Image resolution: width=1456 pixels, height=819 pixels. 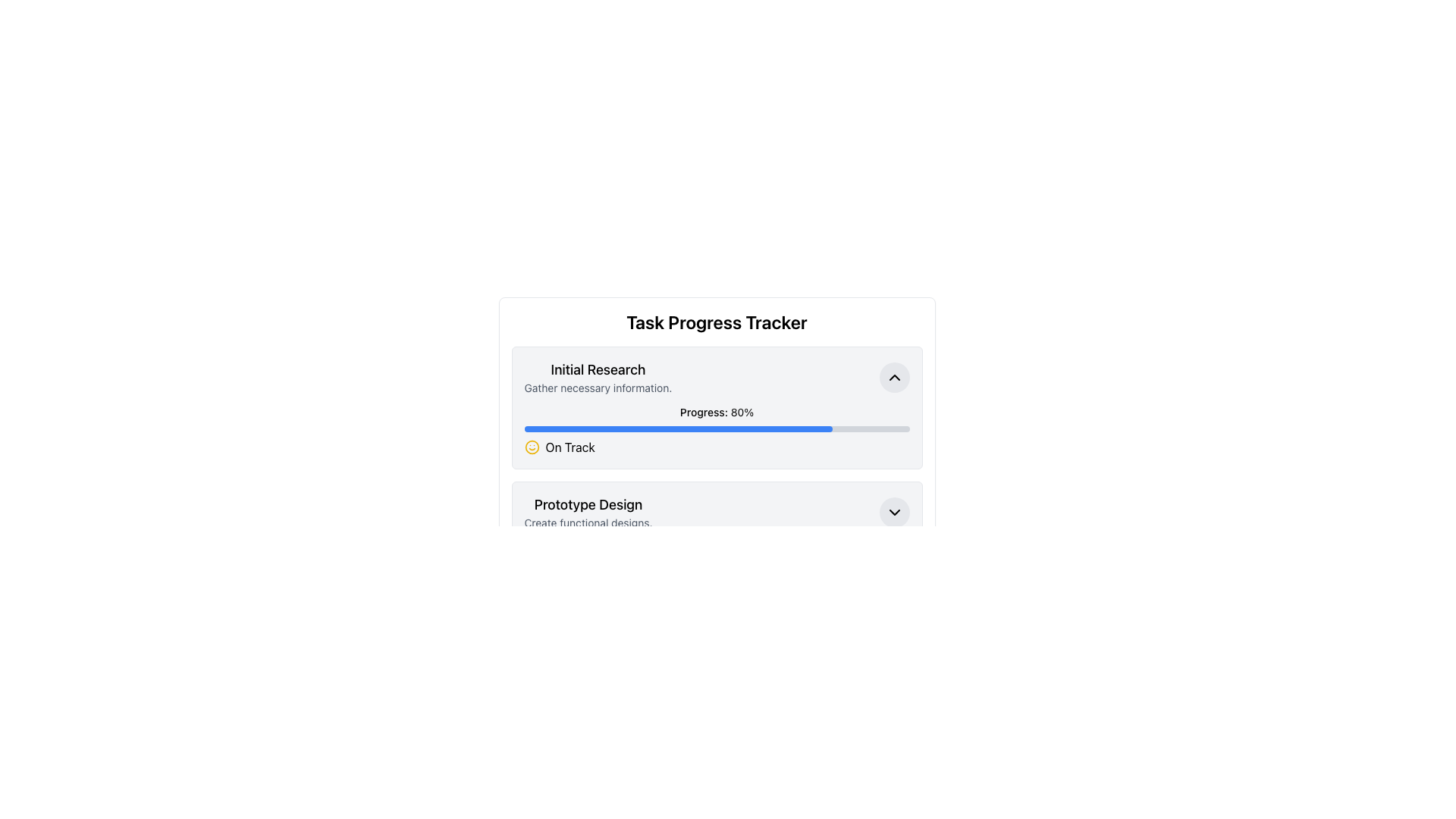 What do you see at coordinates (716, 412) in the screenshot?
I see `progress percentage displayed in the text label located in the middle of the 'Initial Research' section, directly above the blue progress bar` at bounding box center [716, 412].